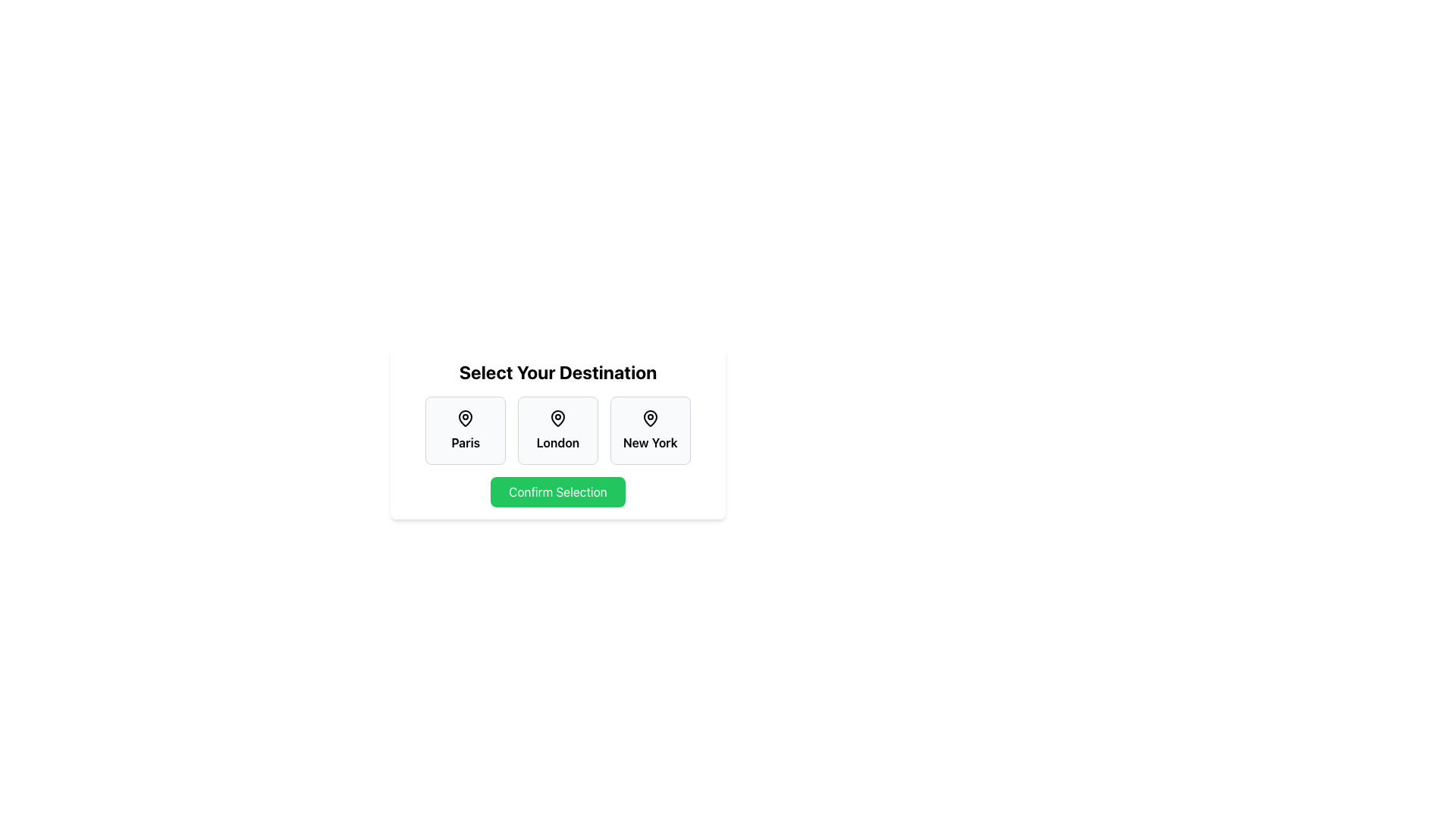 The image size is (1456, 819). Describe the element at coordinates (650, 442) in the screenshot. I see `the text label displaying 'New York' in bold black font, which is positioned below a location pin icon and serves as a selectable option` at that location.